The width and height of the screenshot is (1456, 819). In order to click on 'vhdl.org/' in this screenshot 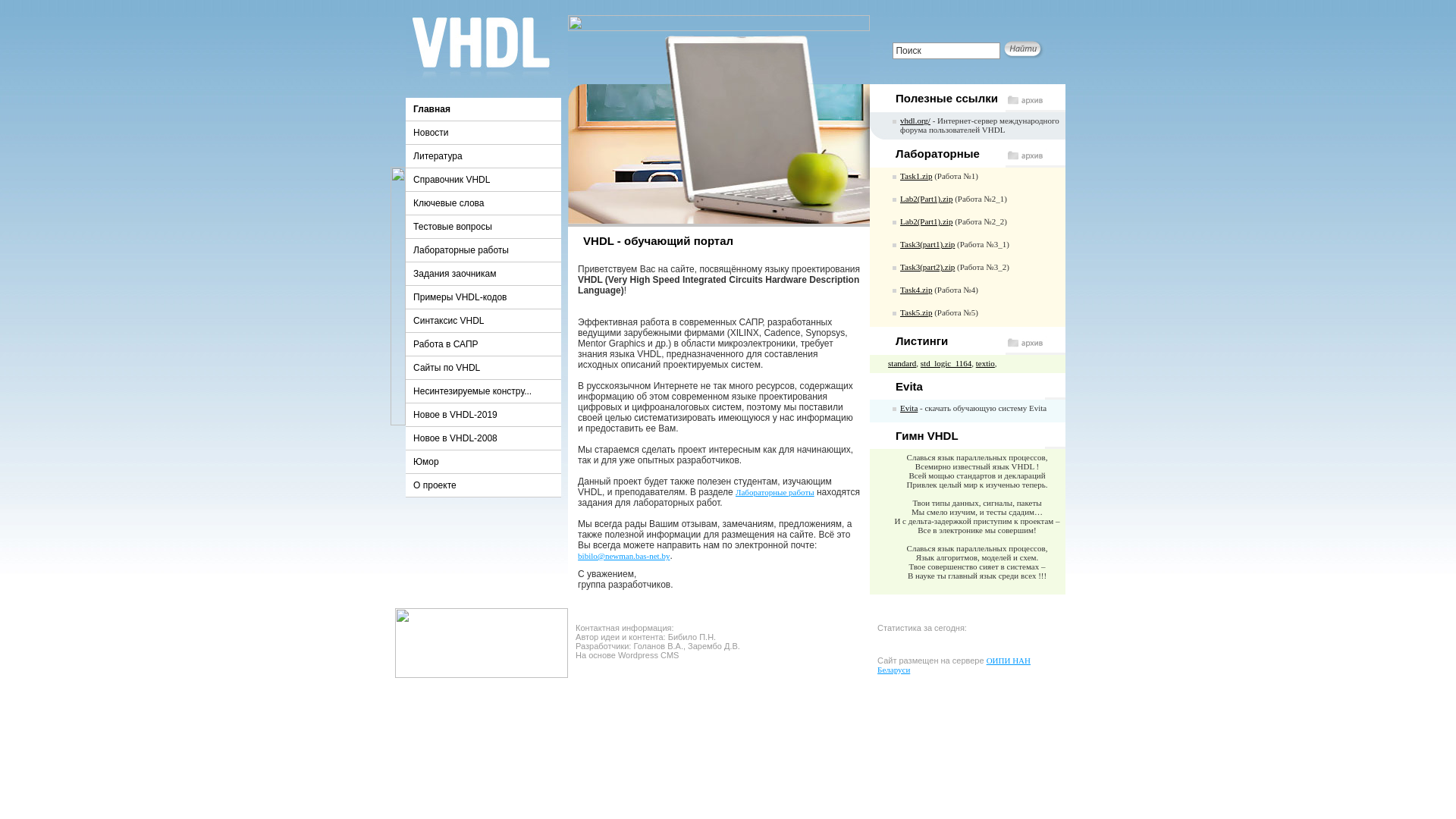, I will do `click(914, 119)`.